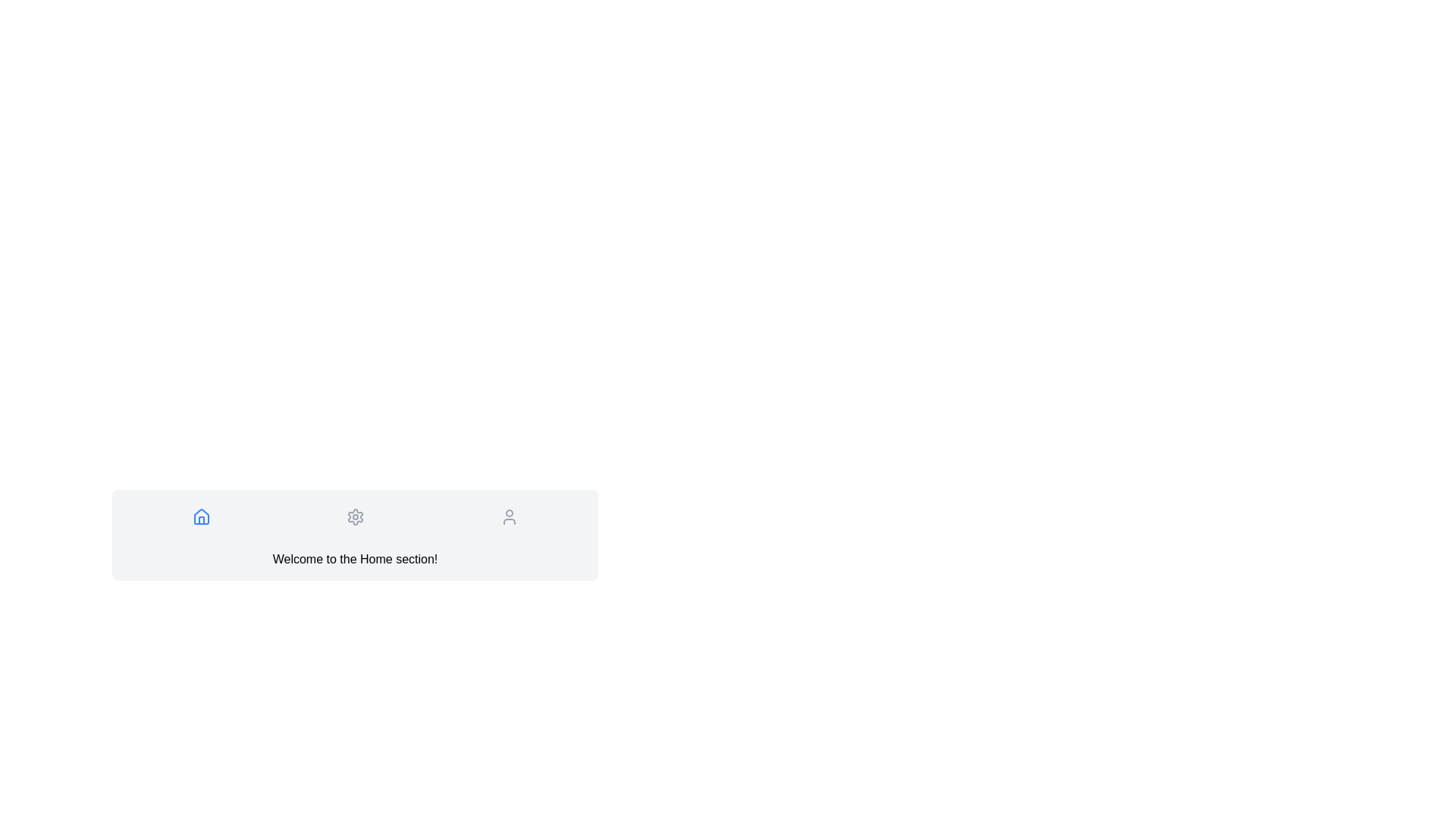 The width and height of the screenshot is (1456, 819). What do you see at coordinates (354, 516) in the screenshot?
I see `the settings icon located at the center of the horizontal navigation bar at the bottom of the interface` at bounding box center [354, 516].